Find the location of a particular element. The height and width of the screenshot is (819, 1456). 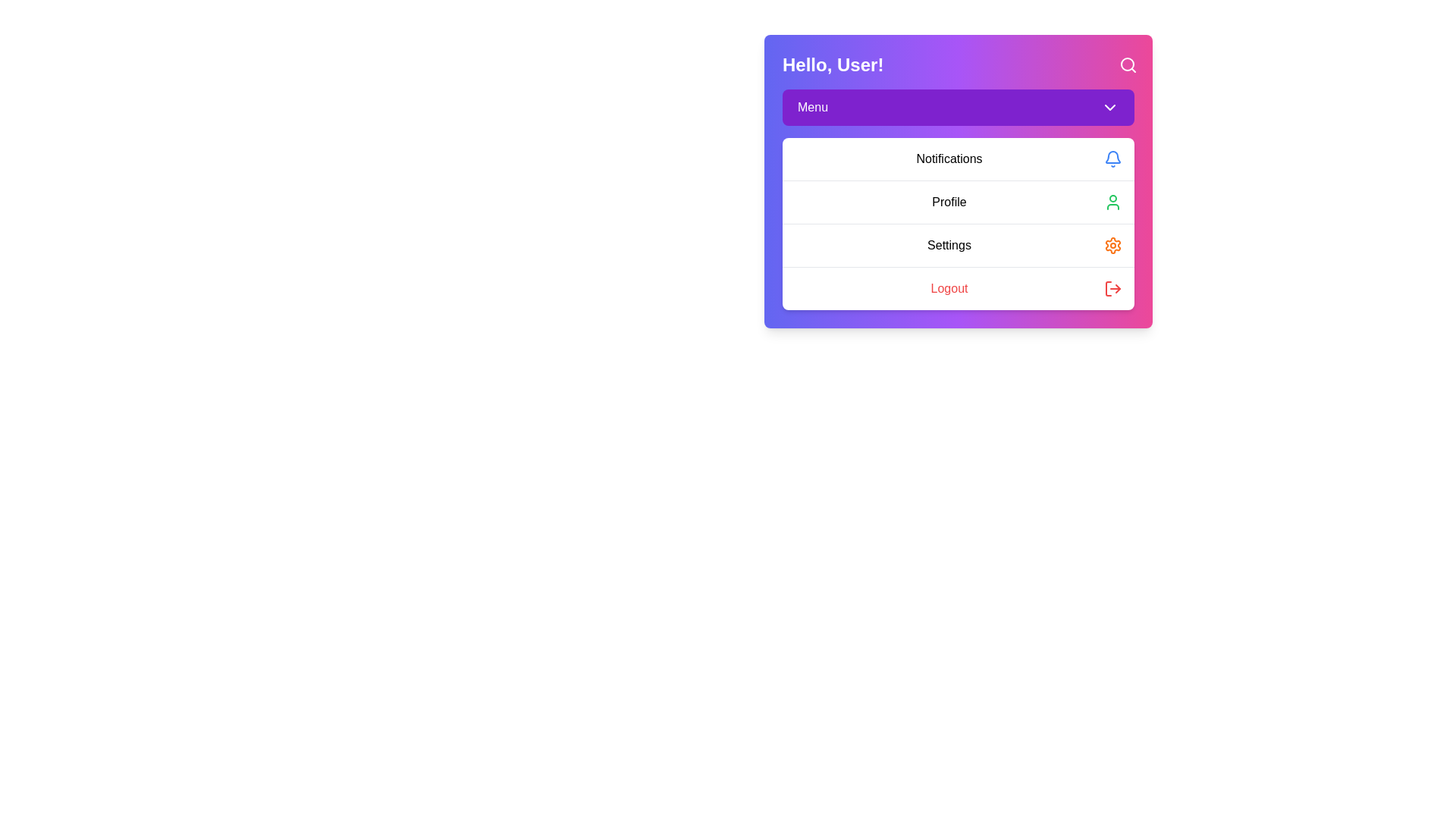

the search icon to initiate the search functionality is located at coordinates (1128, 64).